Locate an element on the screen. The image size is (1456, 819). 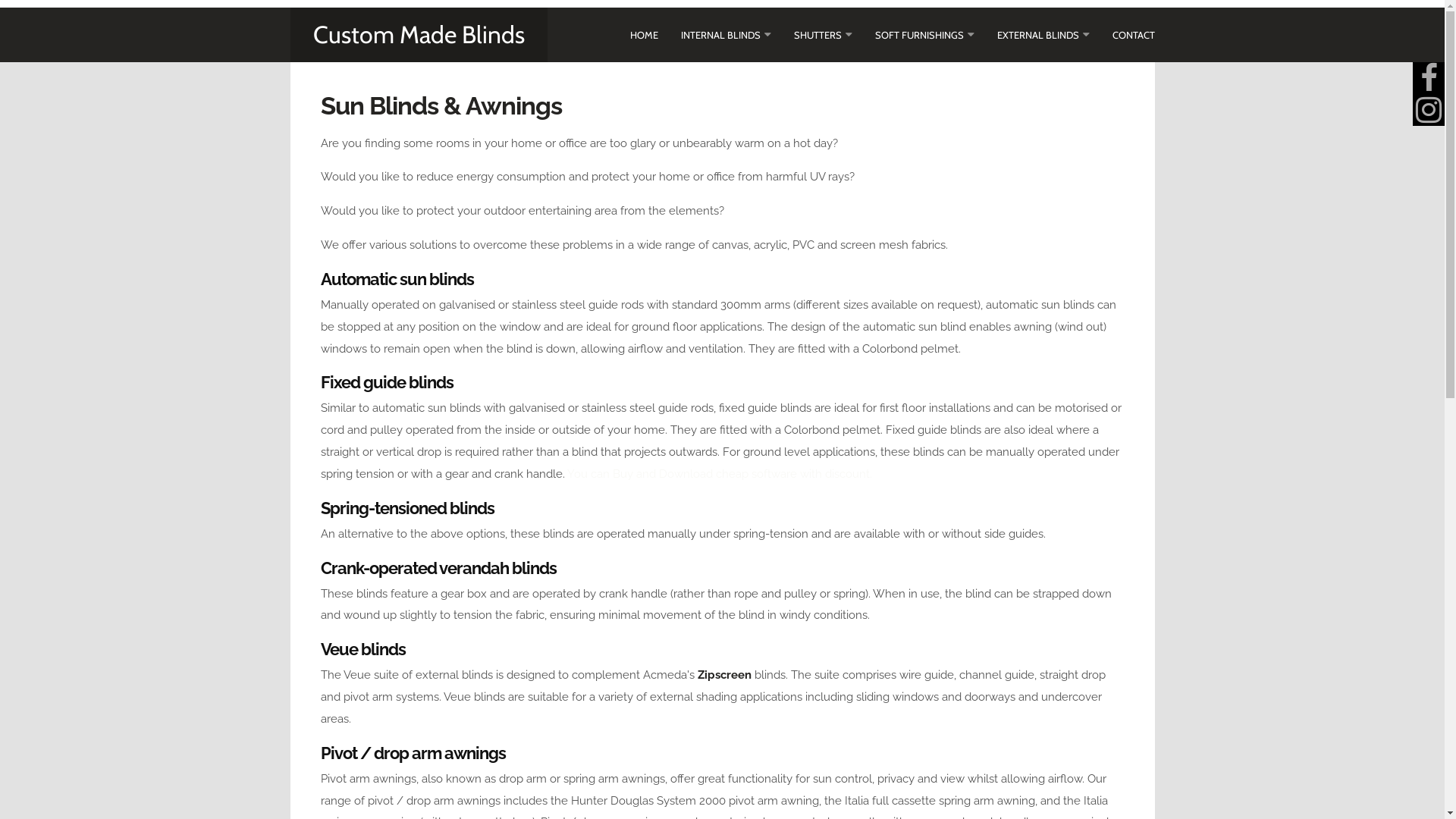
'SOFT FURNISHINGS' is located at coordinates (874, 34).